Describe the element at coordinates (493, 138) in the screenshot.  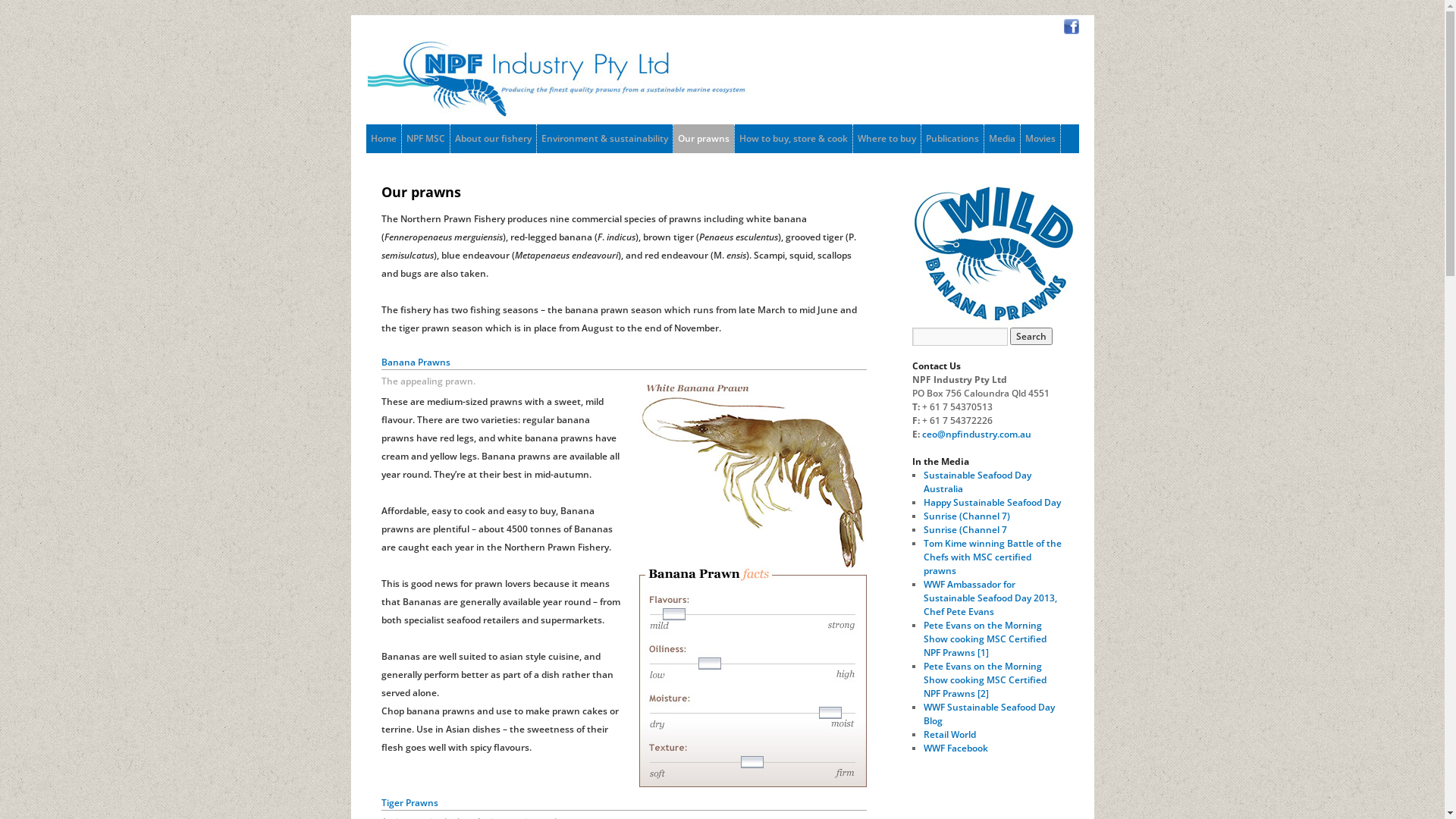
I see `'About our fishery'` at that location.